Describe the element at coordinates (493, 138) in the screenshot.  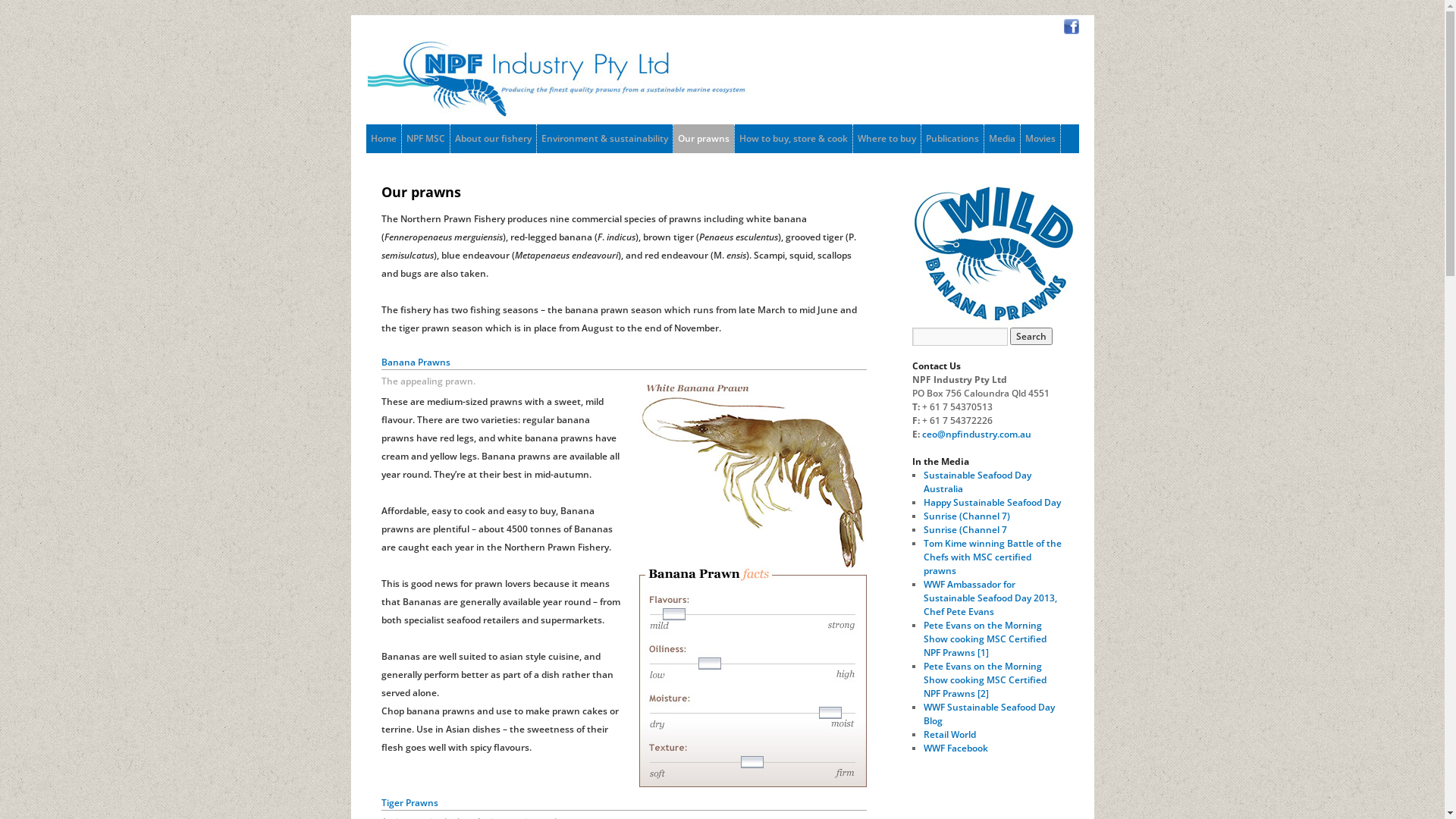
I see `'About our fishery'` at that location.